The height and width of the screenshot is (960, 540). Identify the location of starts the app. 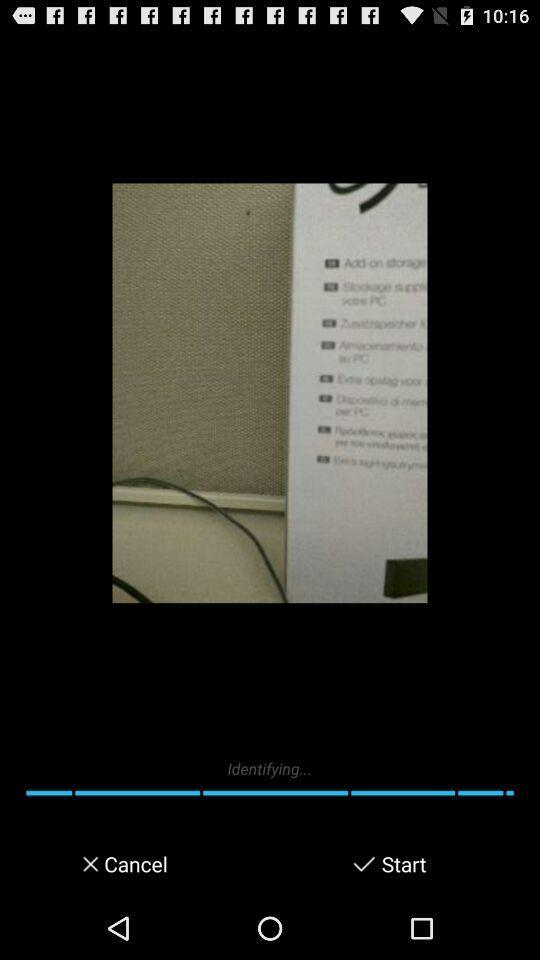
(363, 863).